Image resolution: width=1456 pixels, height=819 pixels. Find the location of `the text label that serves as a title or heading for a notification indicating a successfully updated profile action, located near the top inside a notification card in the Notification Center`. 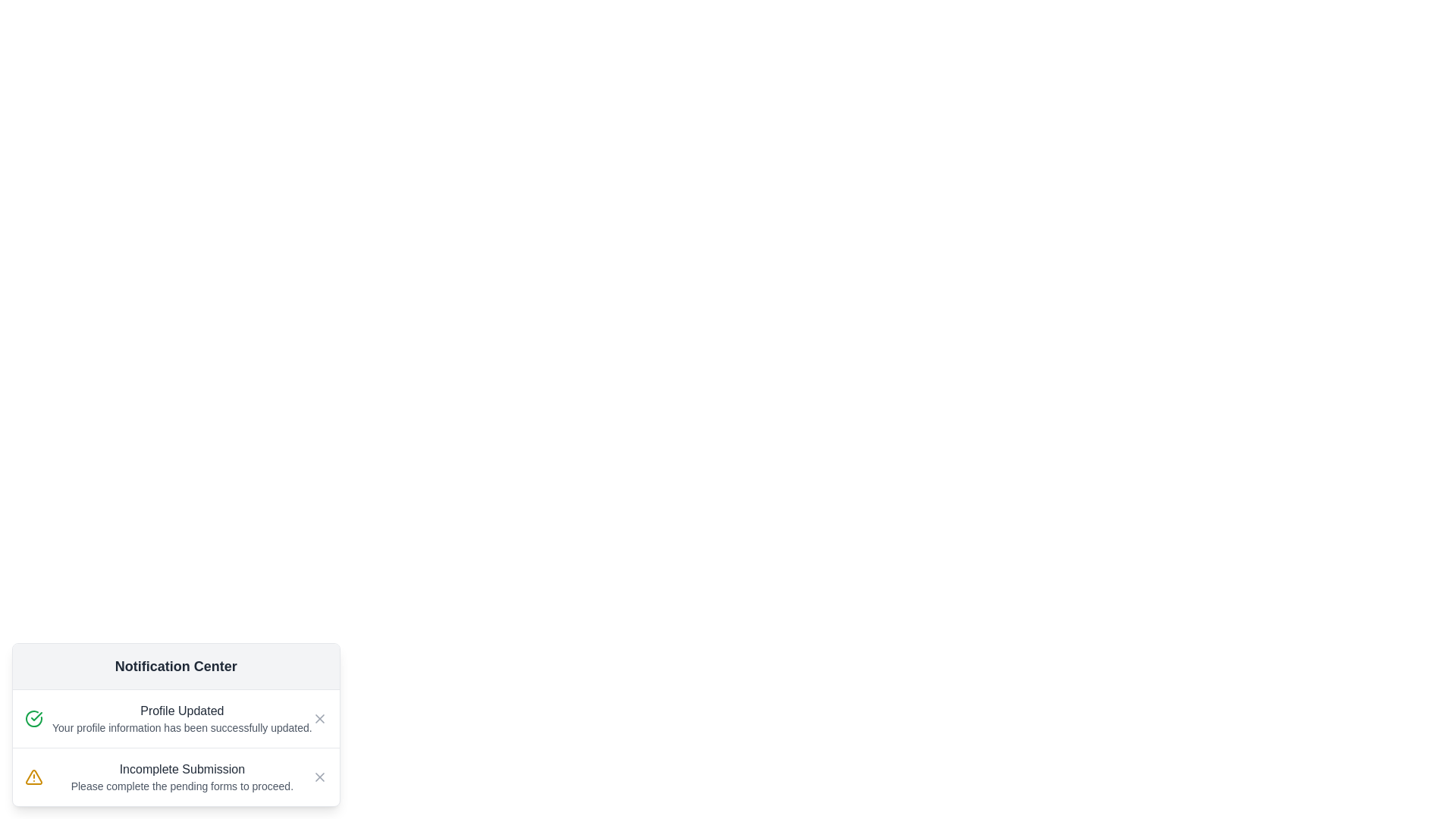

the text label that serves as a title or heading for a notification indicating a successfully updated profile action, located near the top inside a notification card in the Notification Center is located at coordinates (182, 711).